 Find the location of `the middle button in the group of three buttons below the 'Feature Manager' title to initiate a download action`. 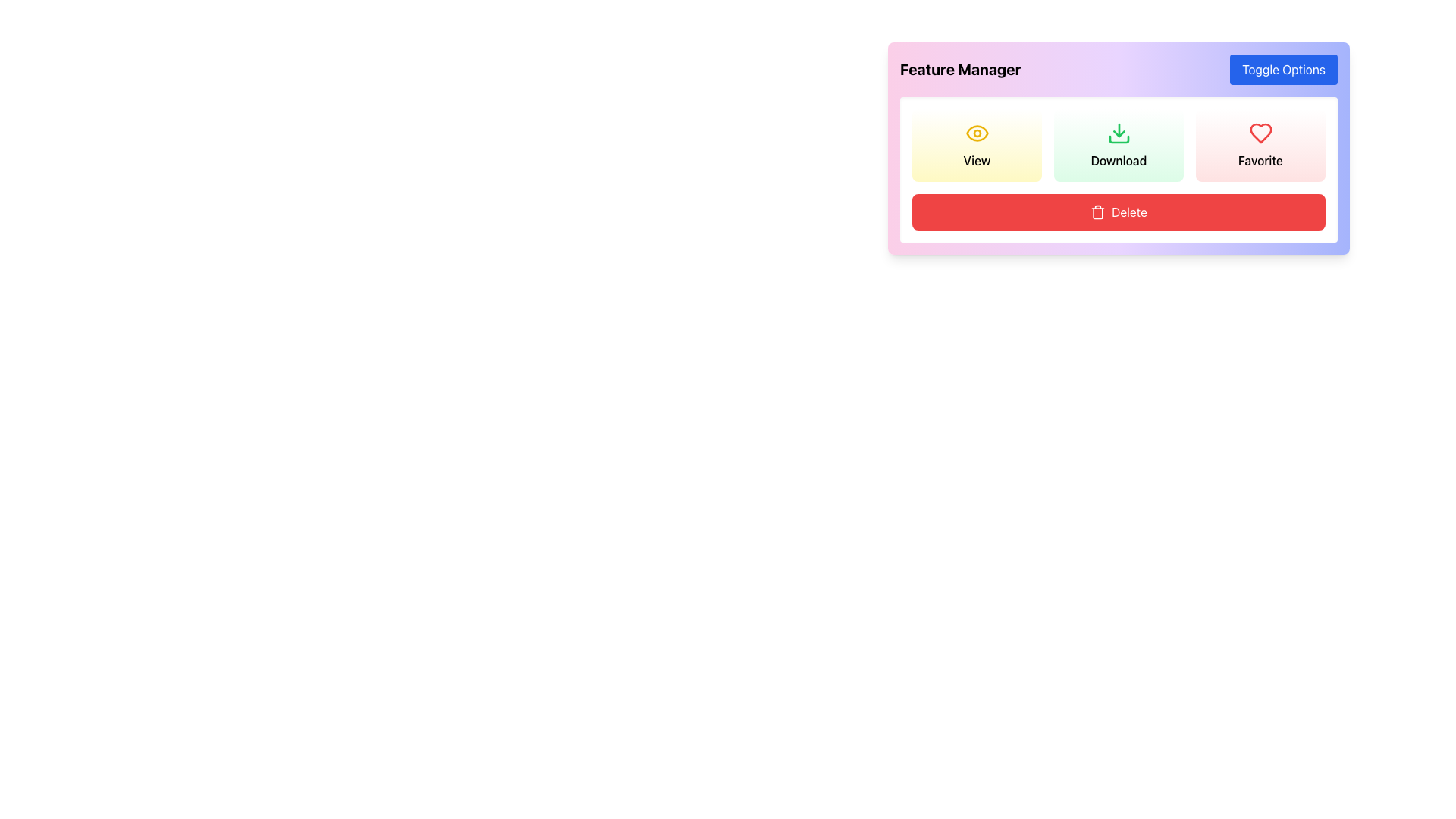

the middle button in the group of three buttons below the 'Feature Manager' title to initiate a download action is located at coordinates (1119, 149).